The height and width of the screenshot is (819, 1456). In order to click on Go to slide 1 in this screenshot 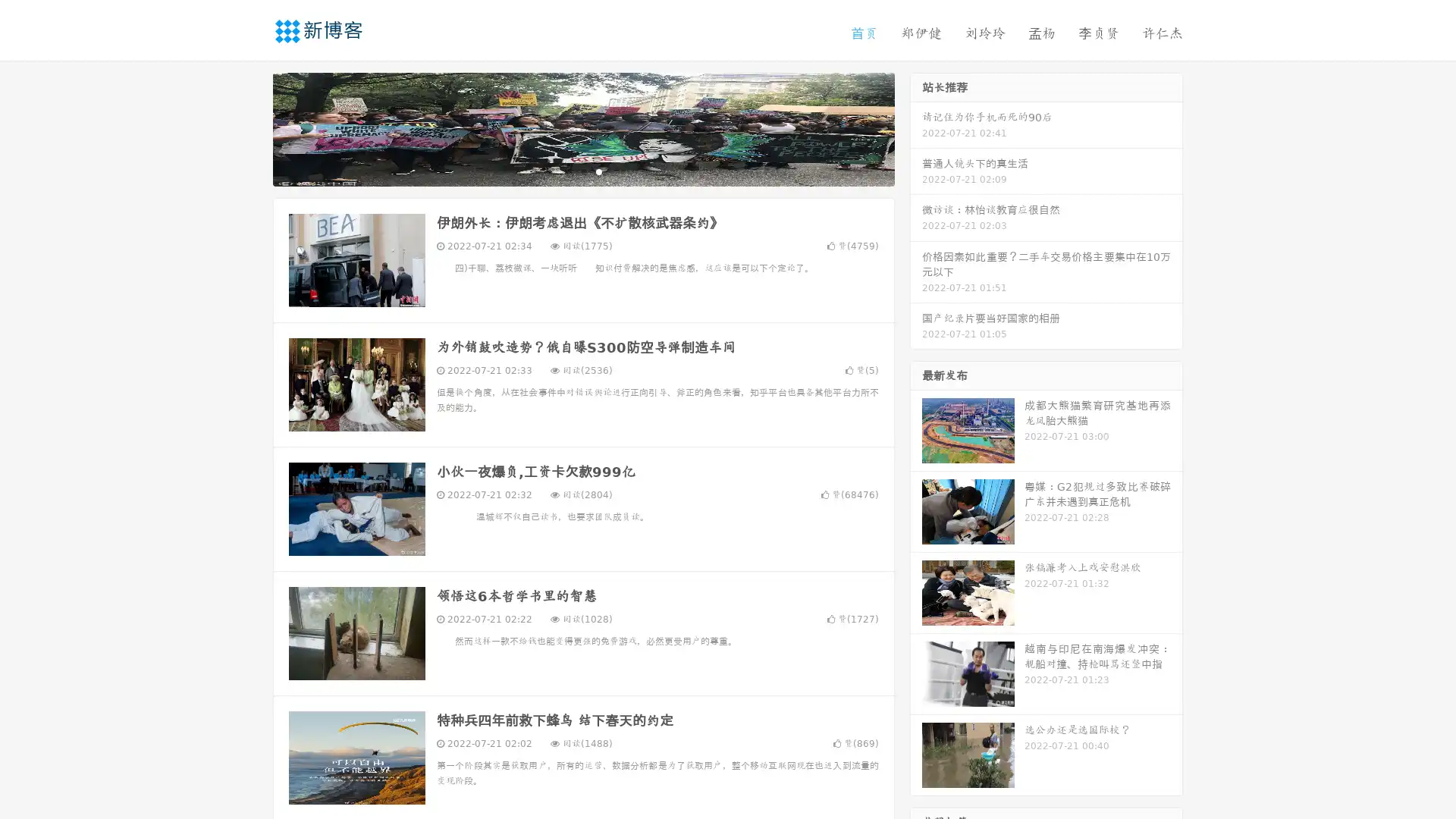, I will do `click(567, 171)`.